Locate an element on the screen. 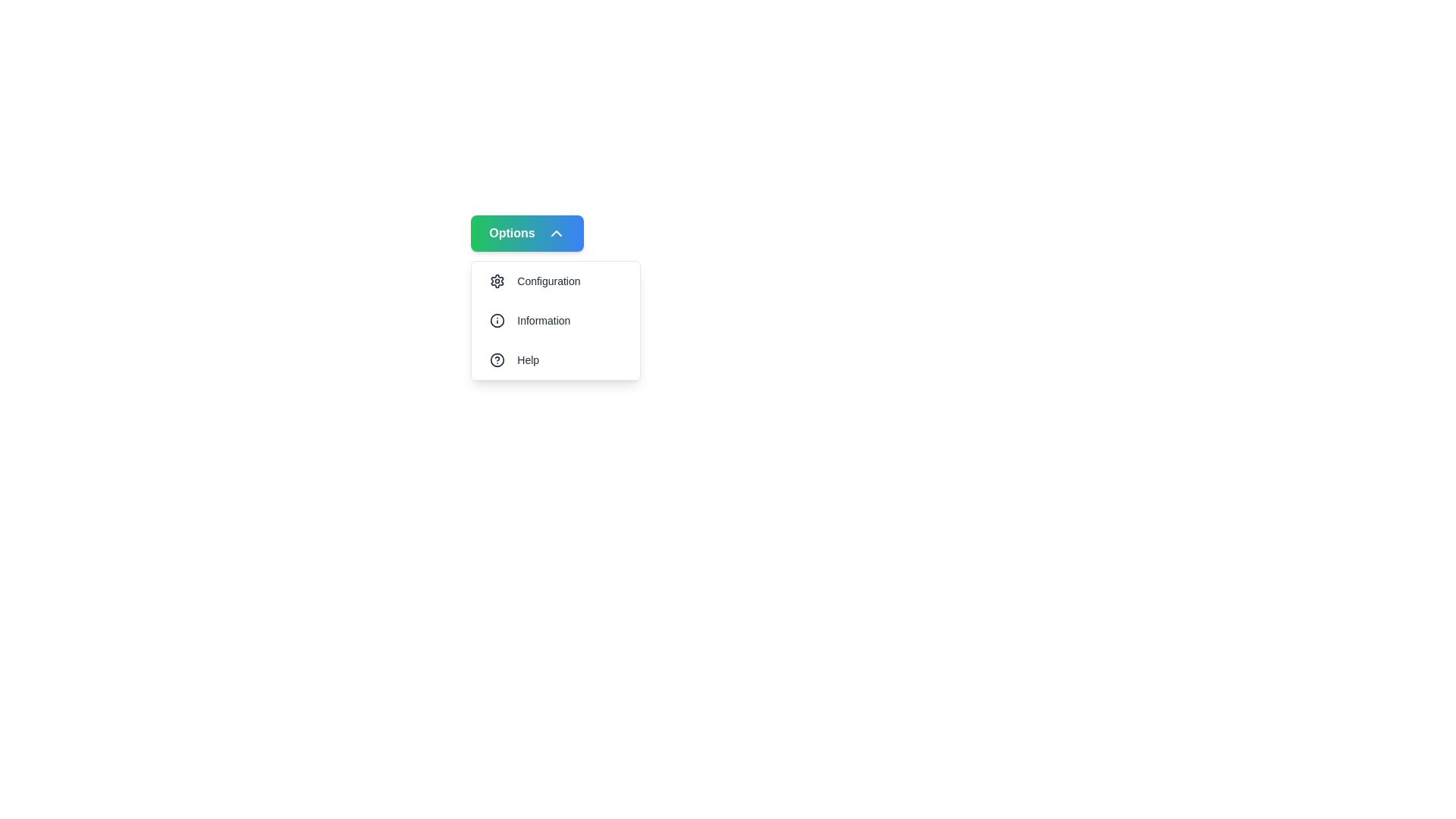  the second entry in the vertical dropdown menu, which is a navigational link or text label is located at coordinates (543, 320).